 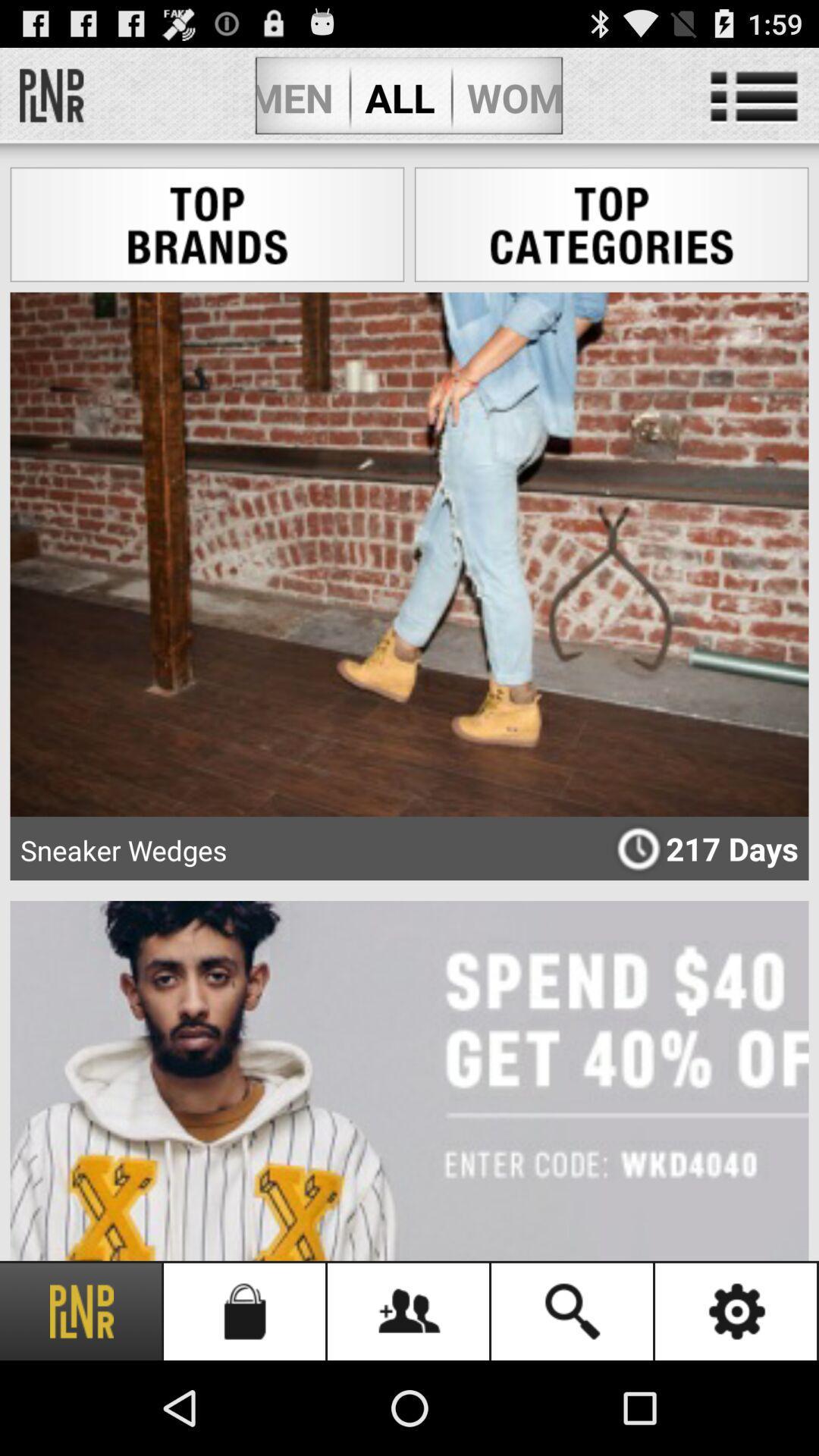 What do you see at coordinates (754, 96) in the screenshot?
I see `options on the top right` at bounding box center [754, 96].